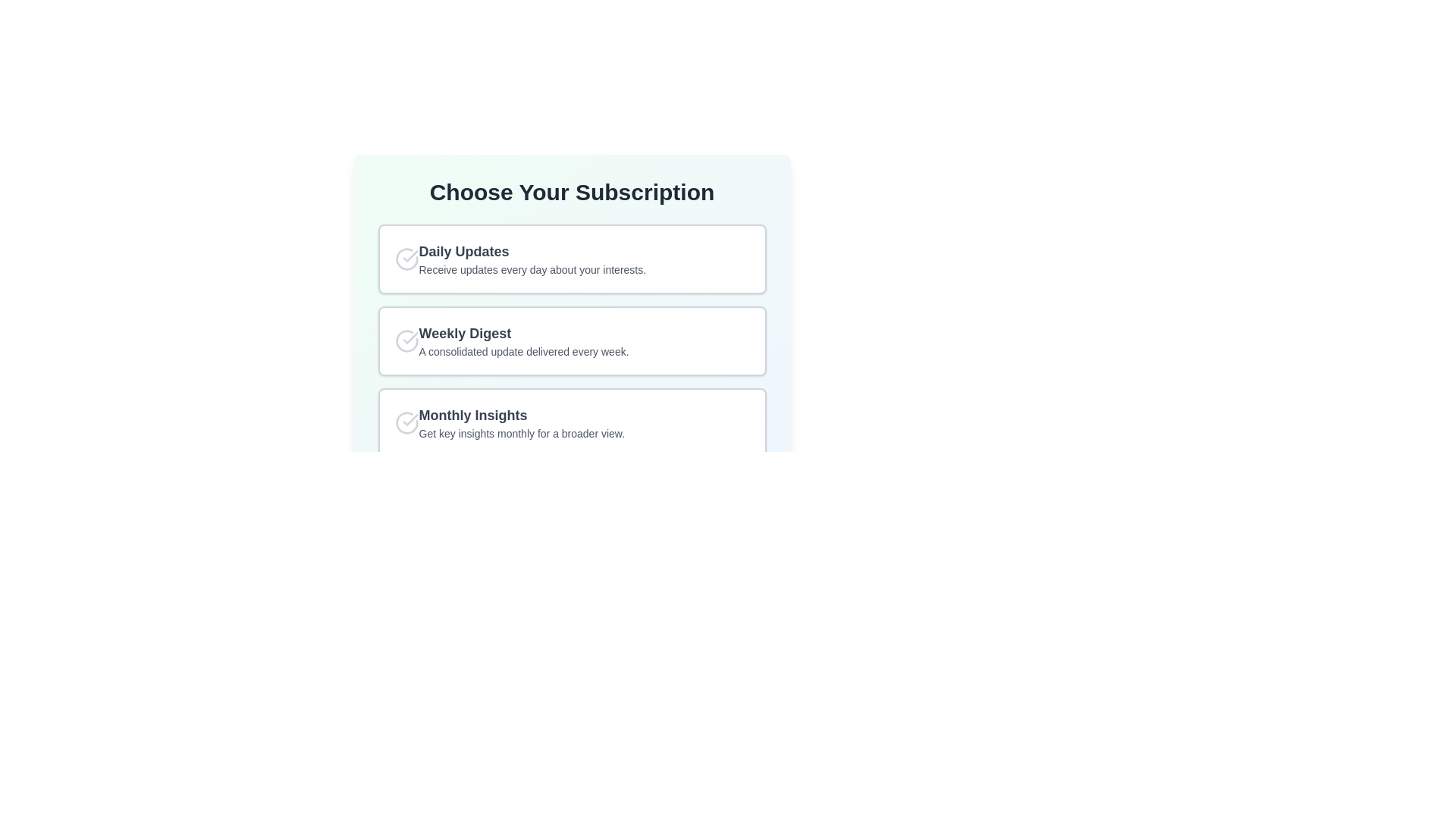 The image size is (1456, 819). Describe the element at coordinates (406, 259) in the screenshot. I see `the circular gray icon with a checkmark at its center, which is positioned to the left of 'Daily Updates' and above 'Receive updates every day about your interests.'` at that location.